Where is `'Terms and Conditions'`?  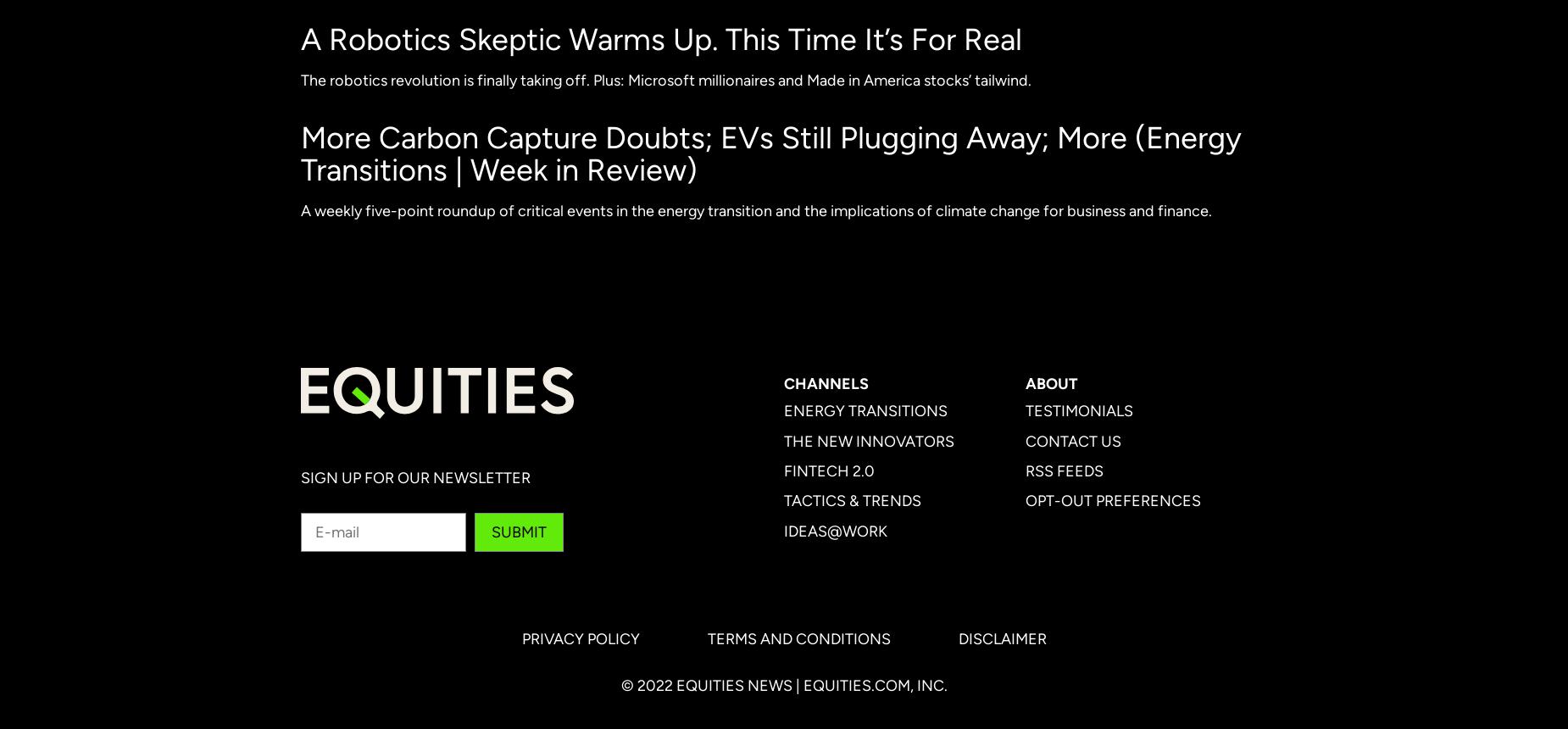 'Terms and Conditions' is located at coordinates (798, 638).